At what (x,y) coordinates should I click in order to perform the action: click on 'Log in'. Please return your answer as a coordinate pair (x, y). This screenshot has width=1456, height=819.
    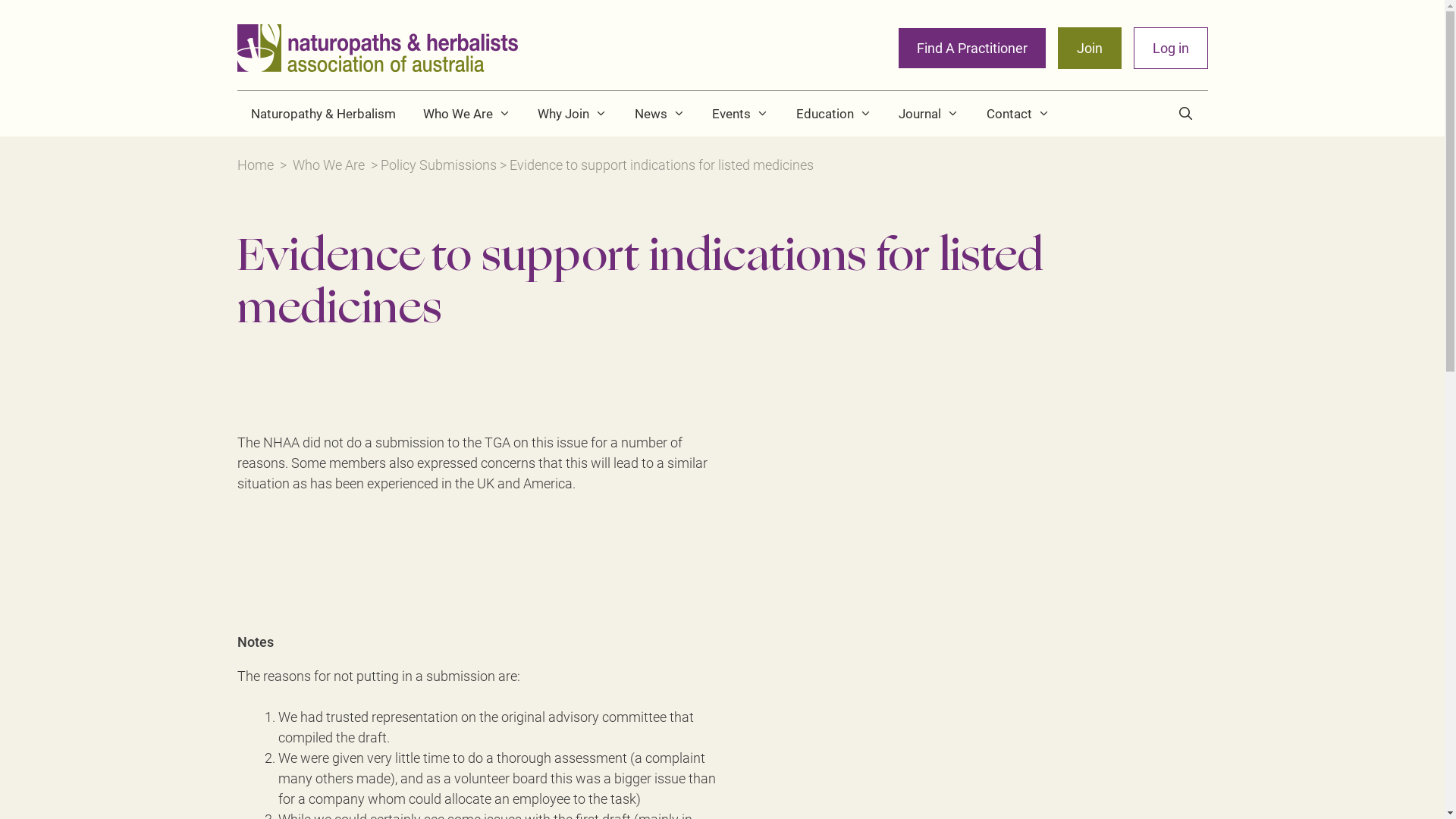
    Looking at the image, I should click on (1169, 47).